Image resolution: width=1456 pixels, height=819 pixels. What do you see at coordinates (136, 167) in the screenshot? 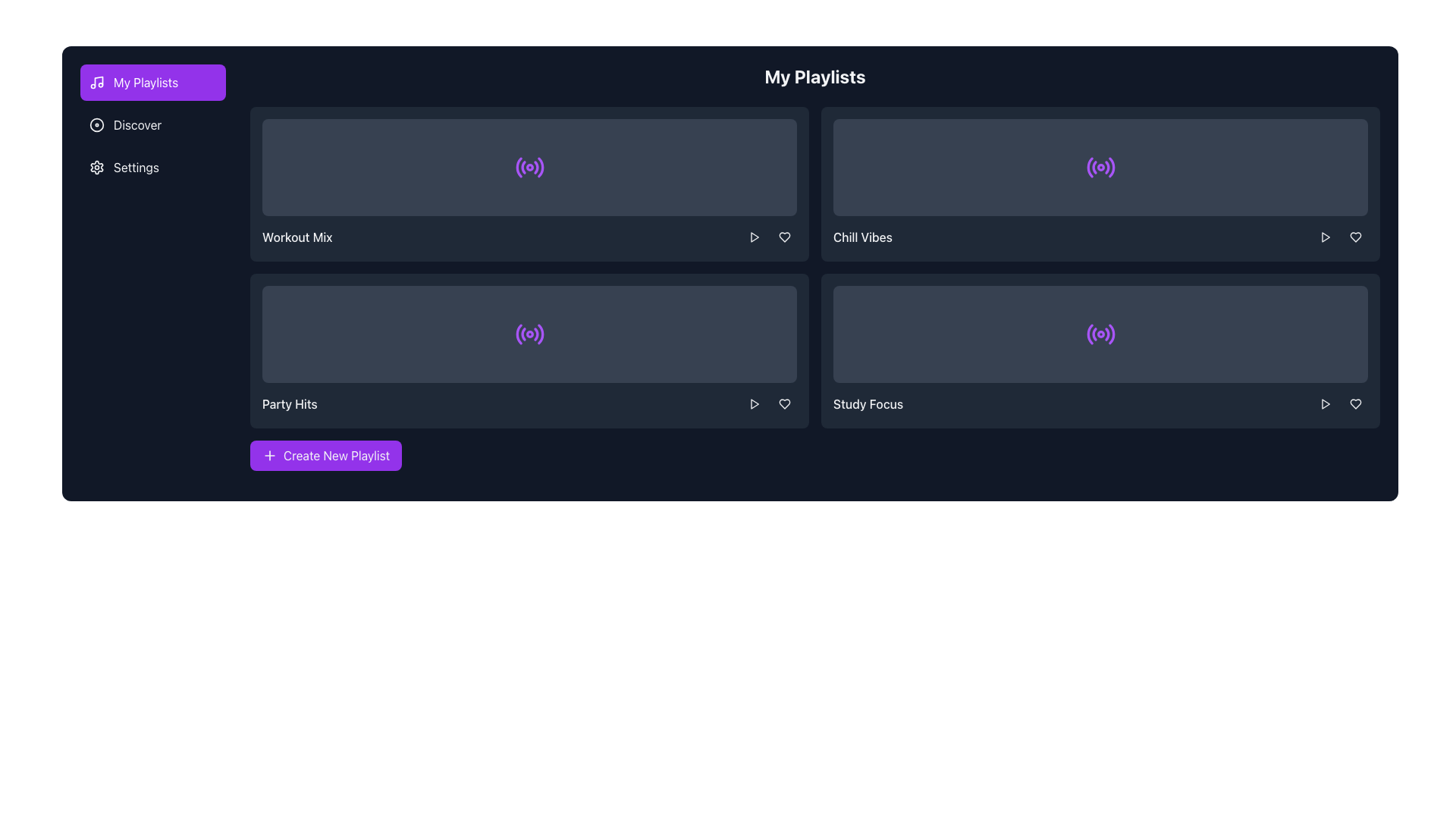
I see `the 'Settings' text label in the sidebar menu` at bounding box center [136, 167].